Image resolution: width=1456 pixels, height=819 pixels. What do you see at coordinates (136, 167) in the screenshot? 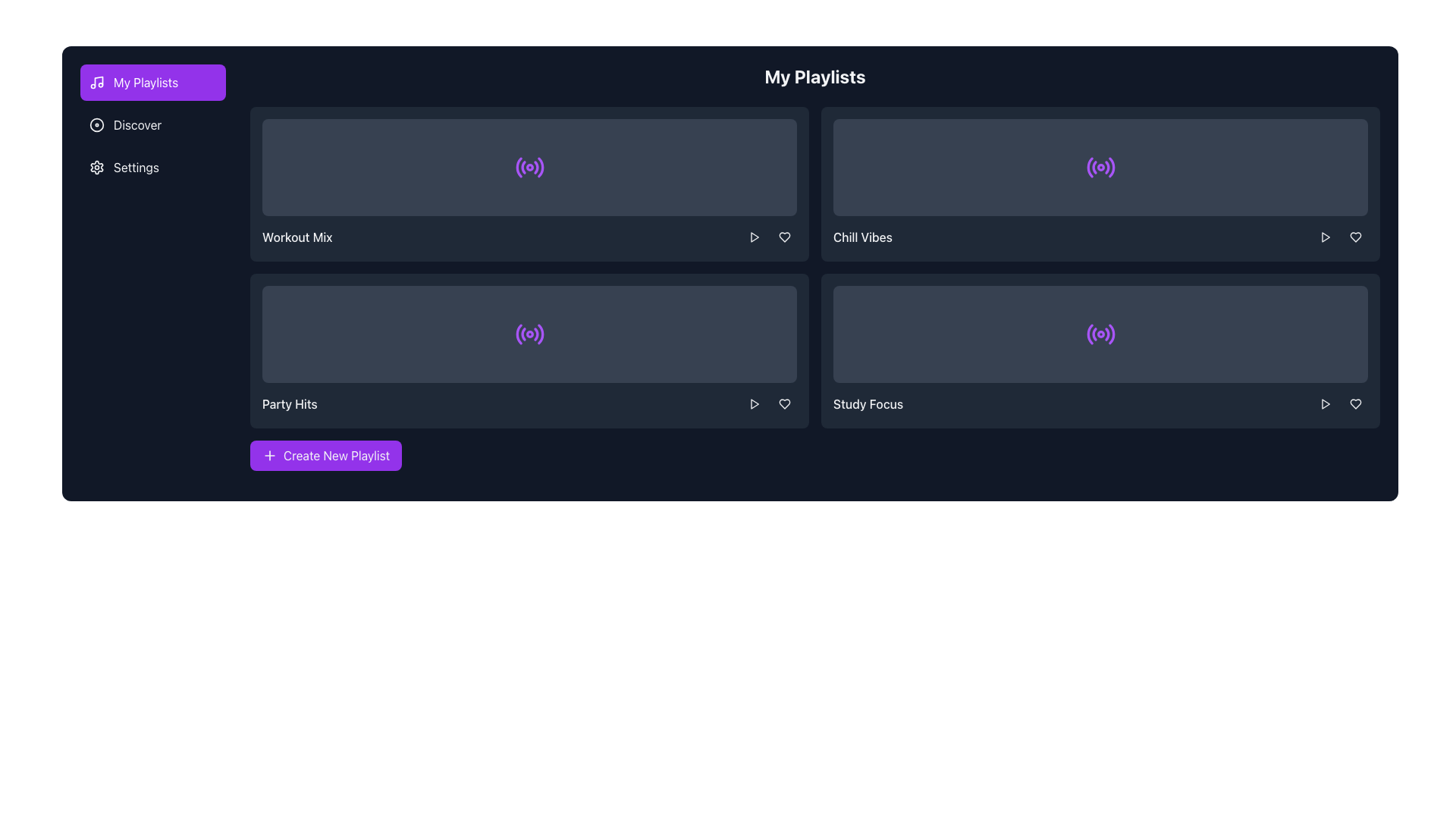
I see `the 'Settings' text label in the sidebar menu` at bounding box center [136, 167].